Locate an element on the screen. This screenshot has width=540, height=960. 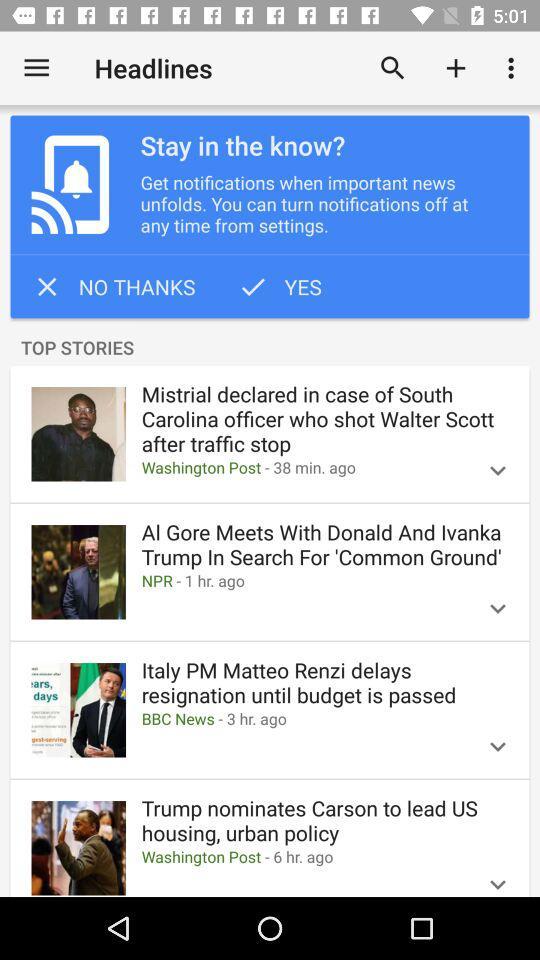
icon above the washington post 6 is located at coordinates (325, 821).